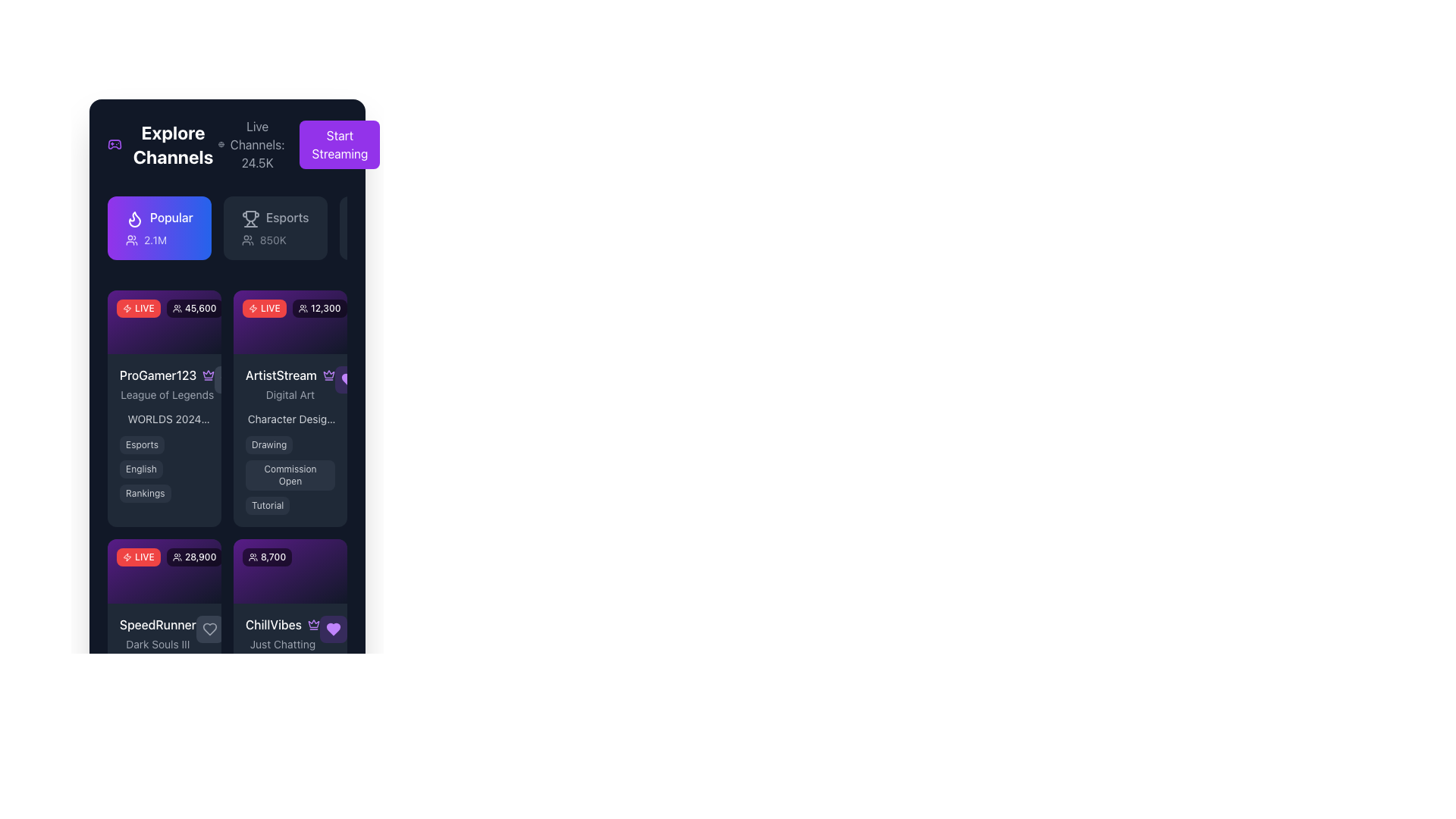  What do you see at coordinates (273, 624) in the screenshot?
I see `the text label displaying 'ChillVibes' in white font, which is positioned in the bottom section of the interface, aligned to the left of a small crown icon within the fourth card` at bounding box center [273, 624].